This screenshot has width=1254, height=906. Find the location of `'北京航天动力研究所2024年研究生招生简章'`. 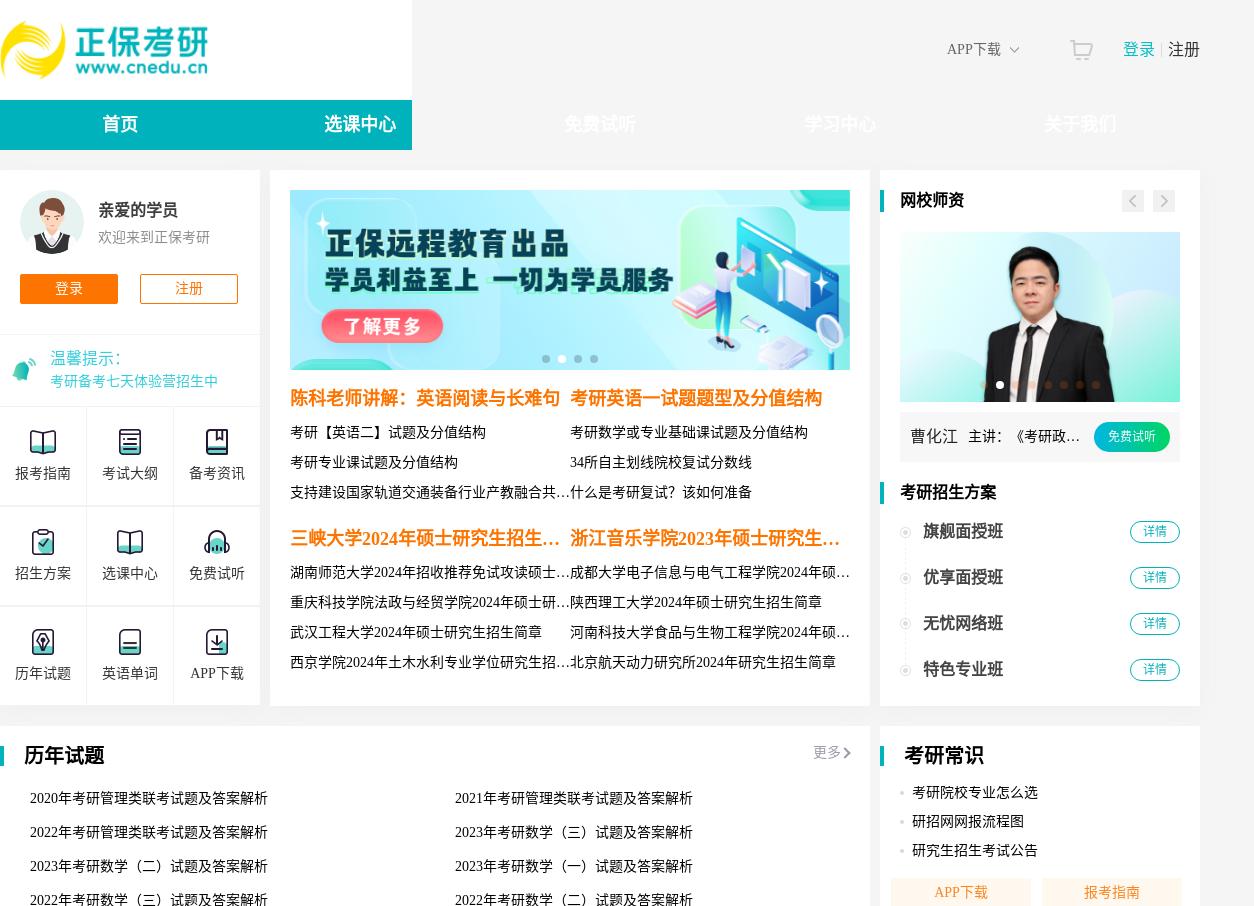

'北京航天动力研究所2024年研究生招生简章' is located at coordinates (702, 661).